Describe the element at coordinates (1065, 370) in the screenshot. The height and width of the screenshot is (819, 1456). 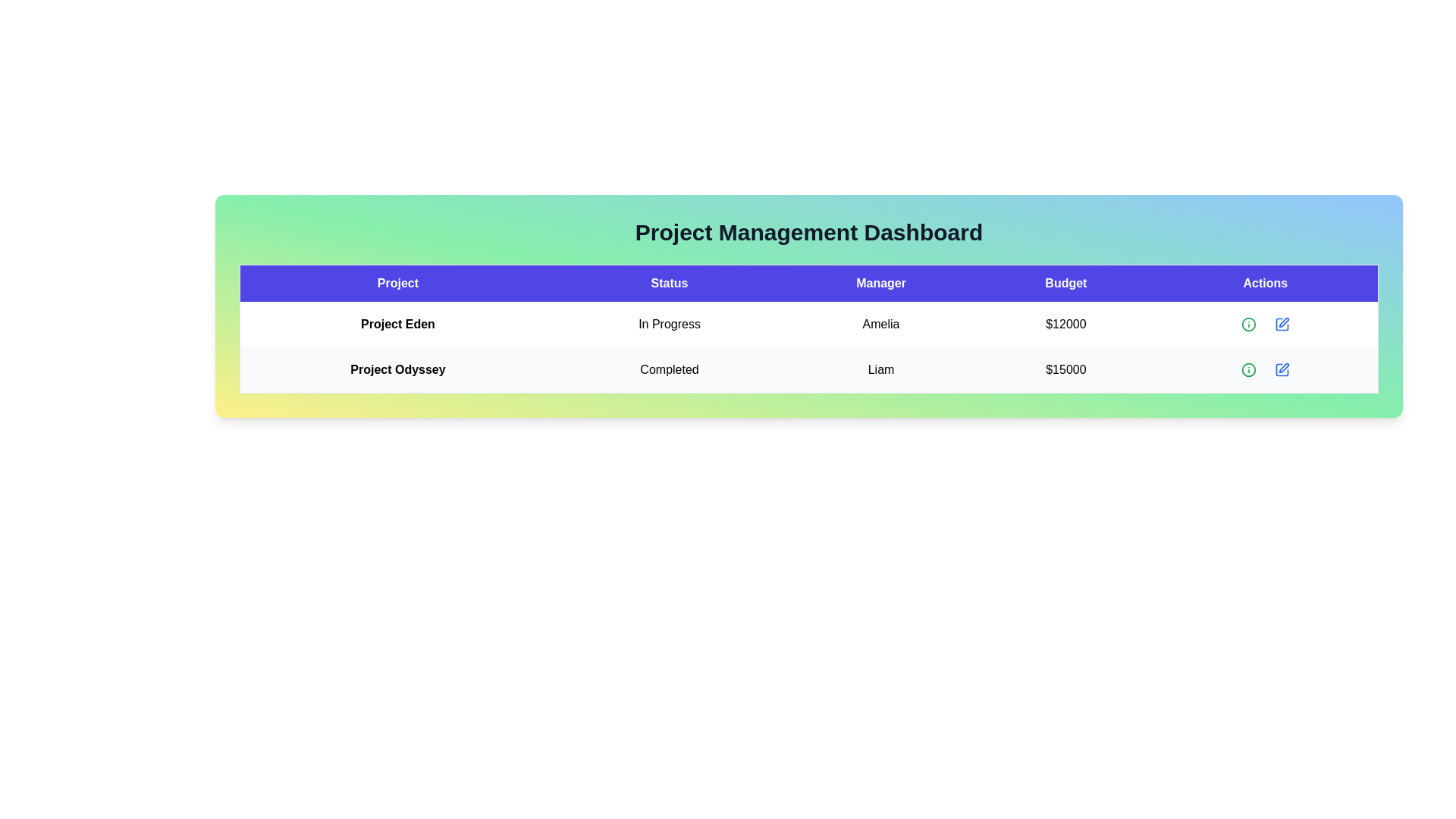
I see `value displayed in the 'Budget' column of the second row in the project table, which is represented by a Text label` at that location.